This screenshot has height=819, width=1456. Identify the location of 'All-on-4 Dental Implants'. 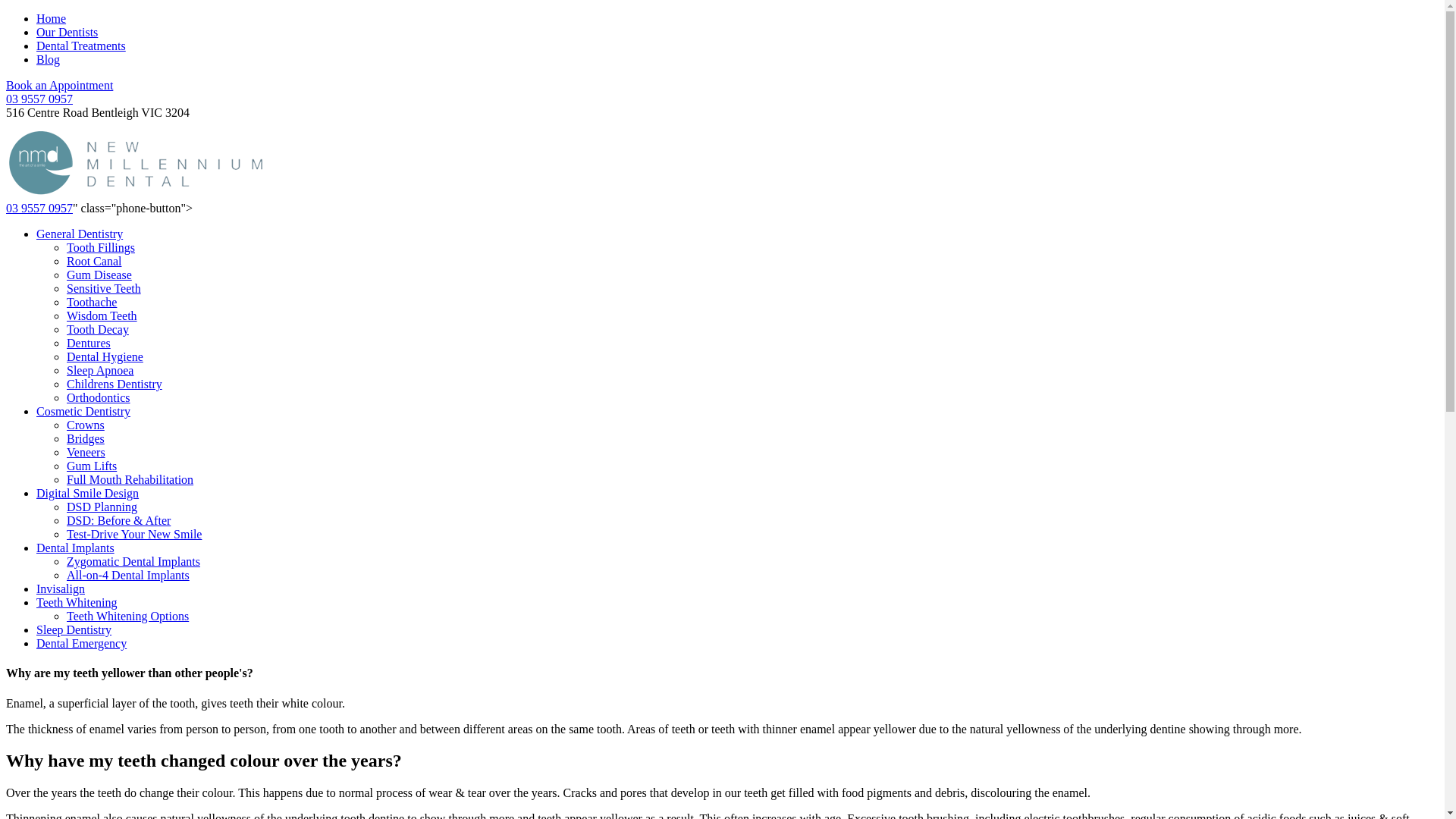
(127, 575).